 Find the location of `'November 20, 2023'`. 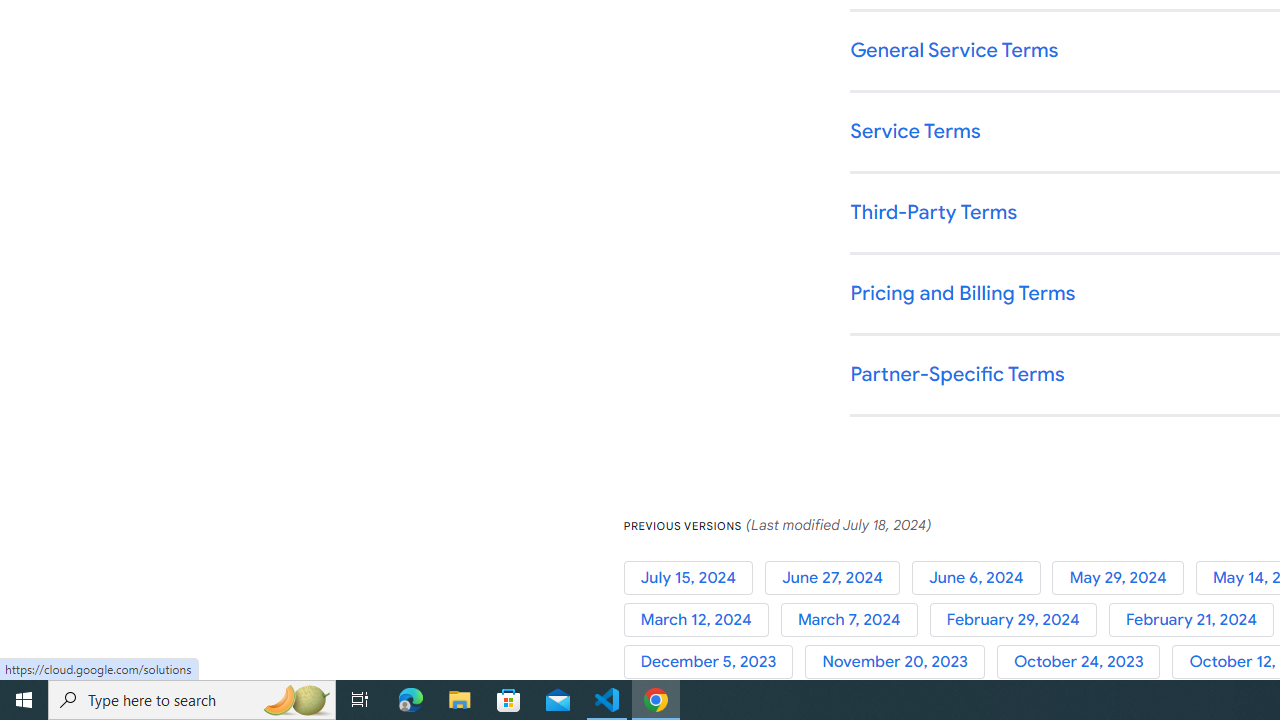

'November 20, 2023' is located at coordinates (900, 662).